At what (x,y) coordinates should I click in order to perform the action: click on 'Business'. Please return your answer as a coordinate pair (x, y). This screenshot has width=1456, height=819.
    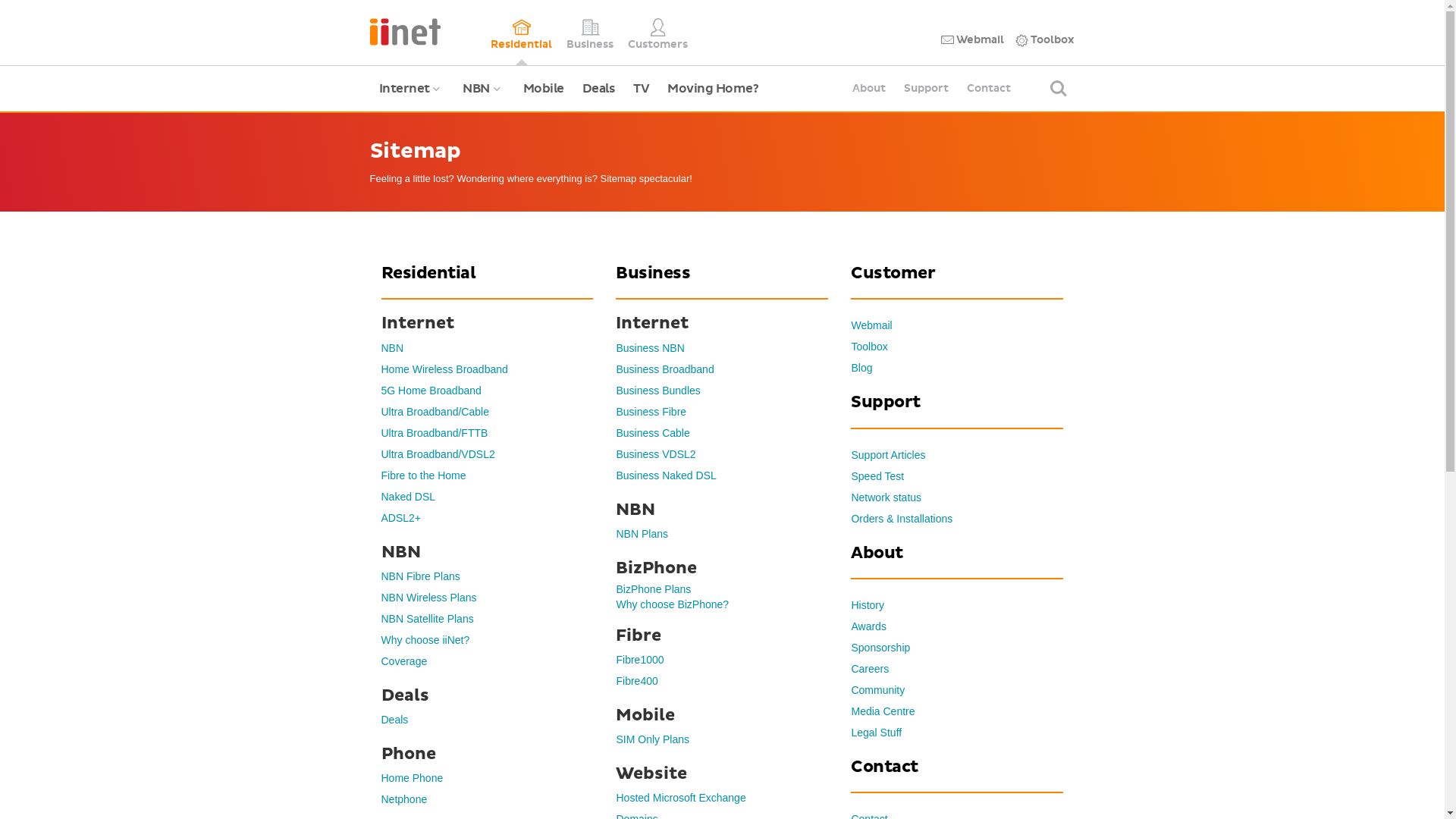
    Looking at the image, I should click on (566, 32).